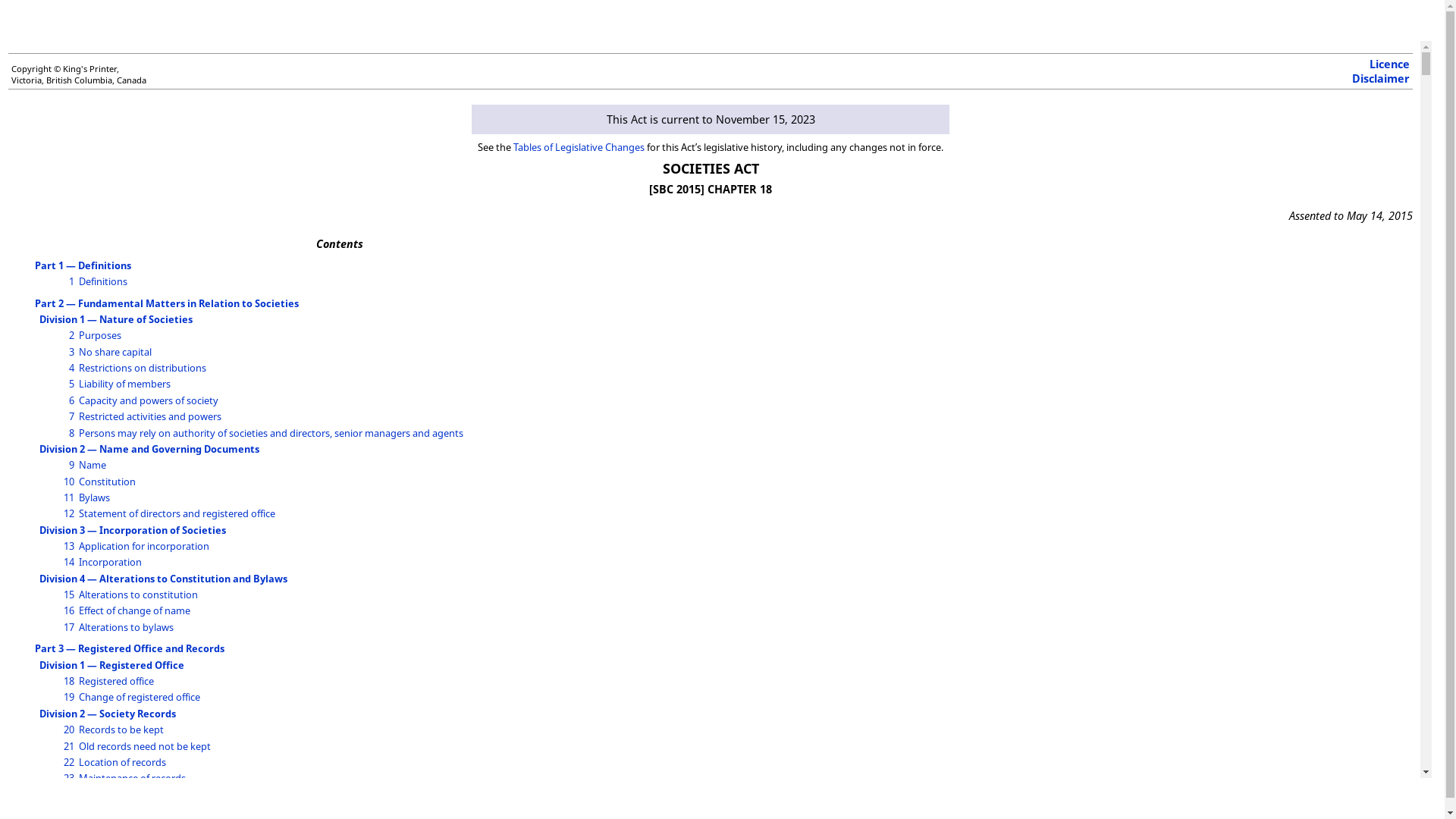 This screenshot has width=1456, height=819. What do you see at coordinates (68, 809) in the screenshot?
I see `'25'` at bounding box center [68, 809].